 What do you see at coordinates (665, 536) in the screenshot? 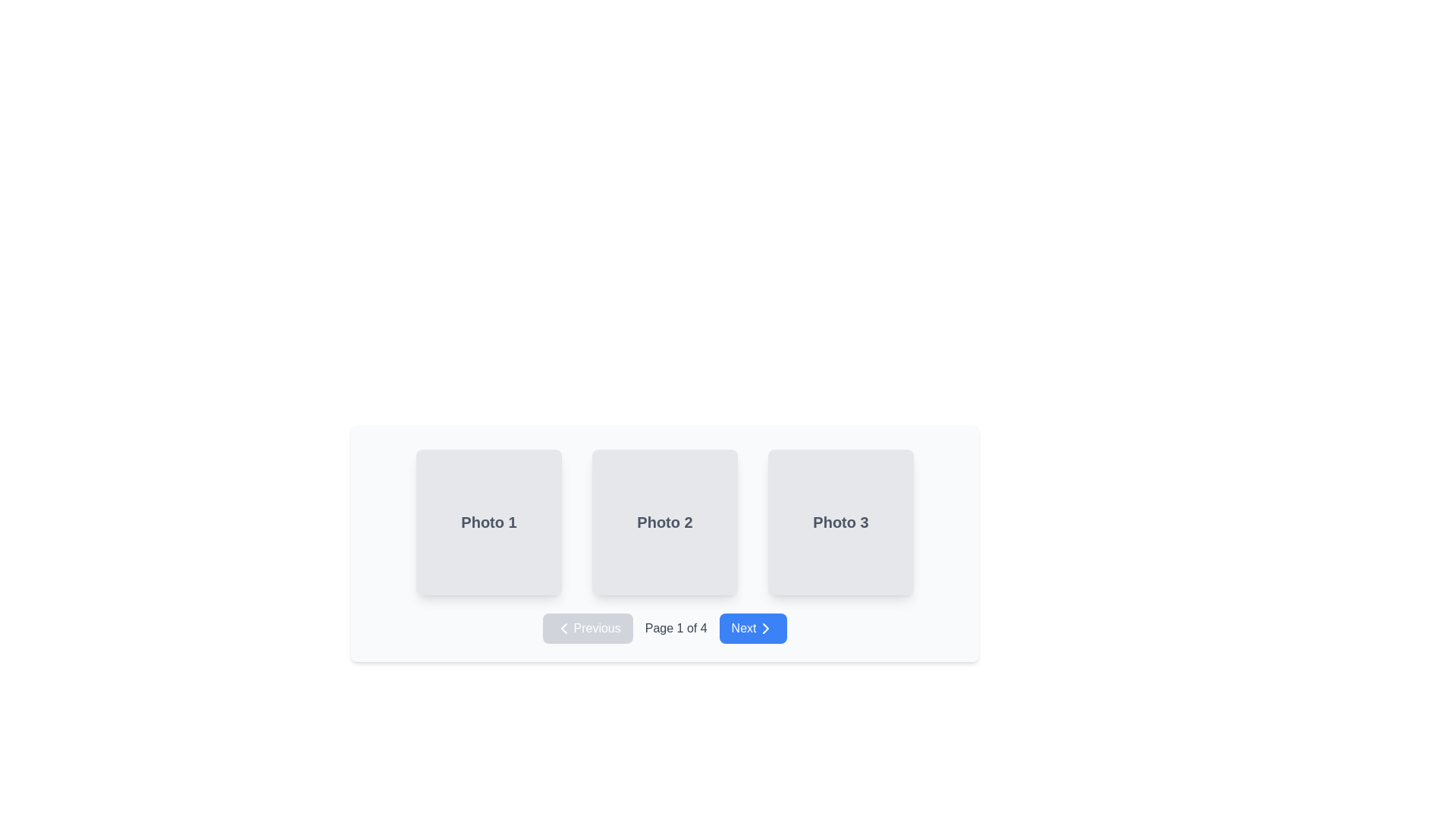
I see `the central UI card that represents an interactive item in the gallery, located between 'Photo 1' and 'Photo 3'` at bounding box center [665, 536].